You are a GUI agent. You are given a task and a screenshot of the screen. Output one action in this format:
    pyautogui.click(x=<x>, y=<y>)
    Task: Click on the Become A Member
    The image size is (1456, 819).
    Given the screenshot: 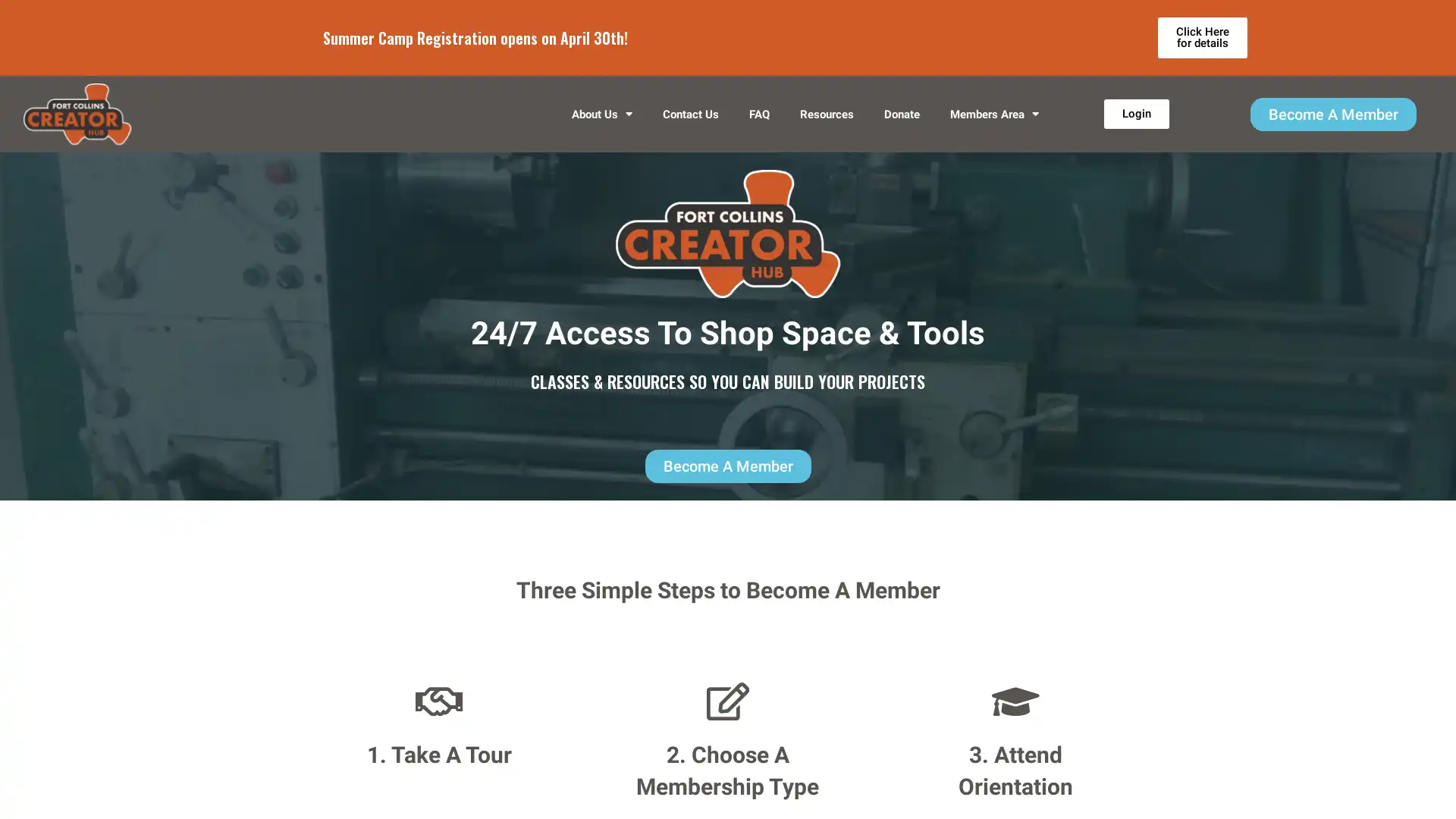 What is the action you would take?
    pyautogui.click(x=1332, y=113)
    